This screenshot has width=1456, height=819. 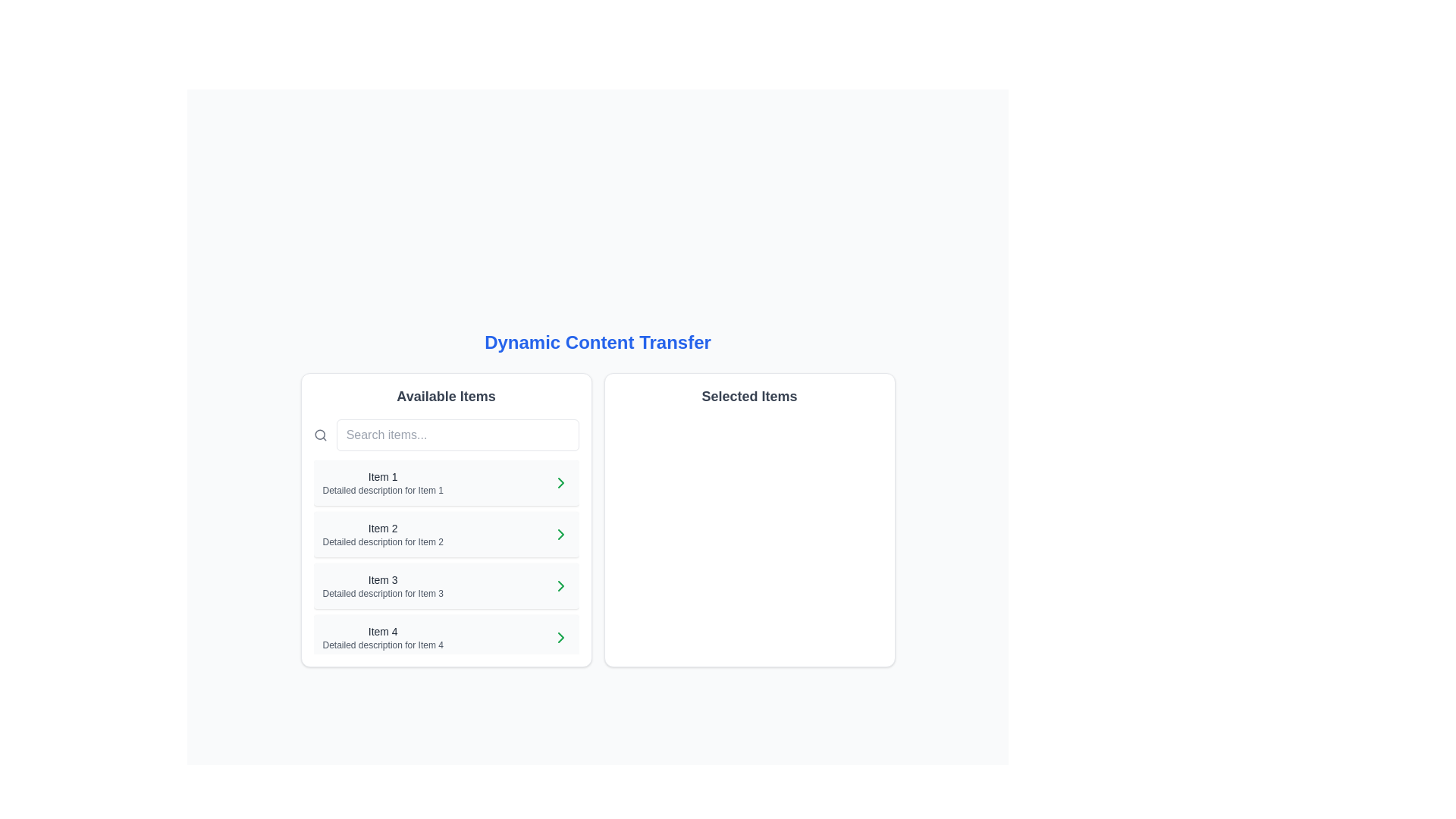 I want to click on the SVG Circle element which is part of the search icon in the 'Available Items' section, enhancing user understanding of the input field's functionality, so click(x=318, y=435).